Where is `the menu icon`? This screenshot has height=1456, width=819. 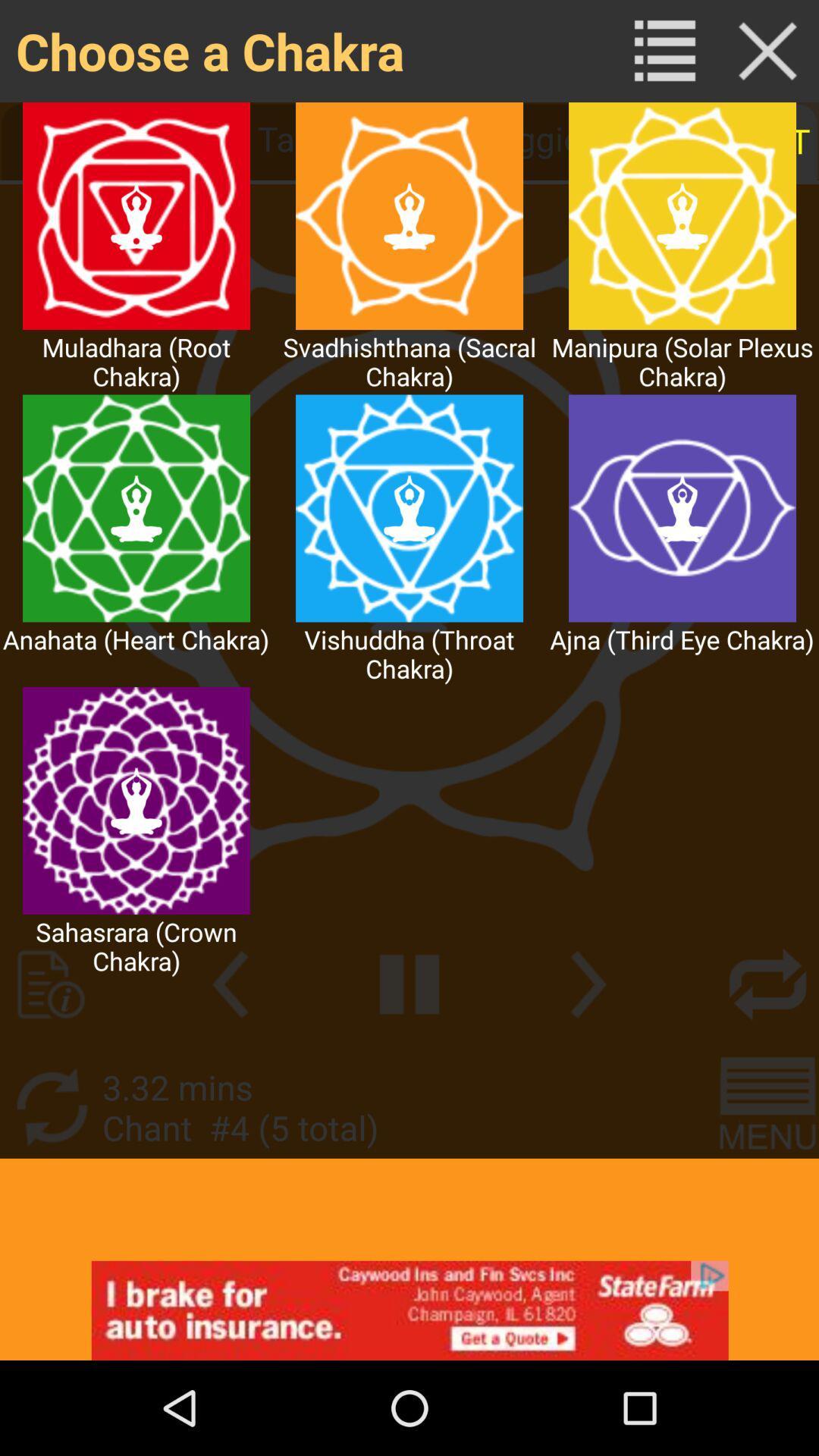
the menu icon is located at coordinates (767, 1184).